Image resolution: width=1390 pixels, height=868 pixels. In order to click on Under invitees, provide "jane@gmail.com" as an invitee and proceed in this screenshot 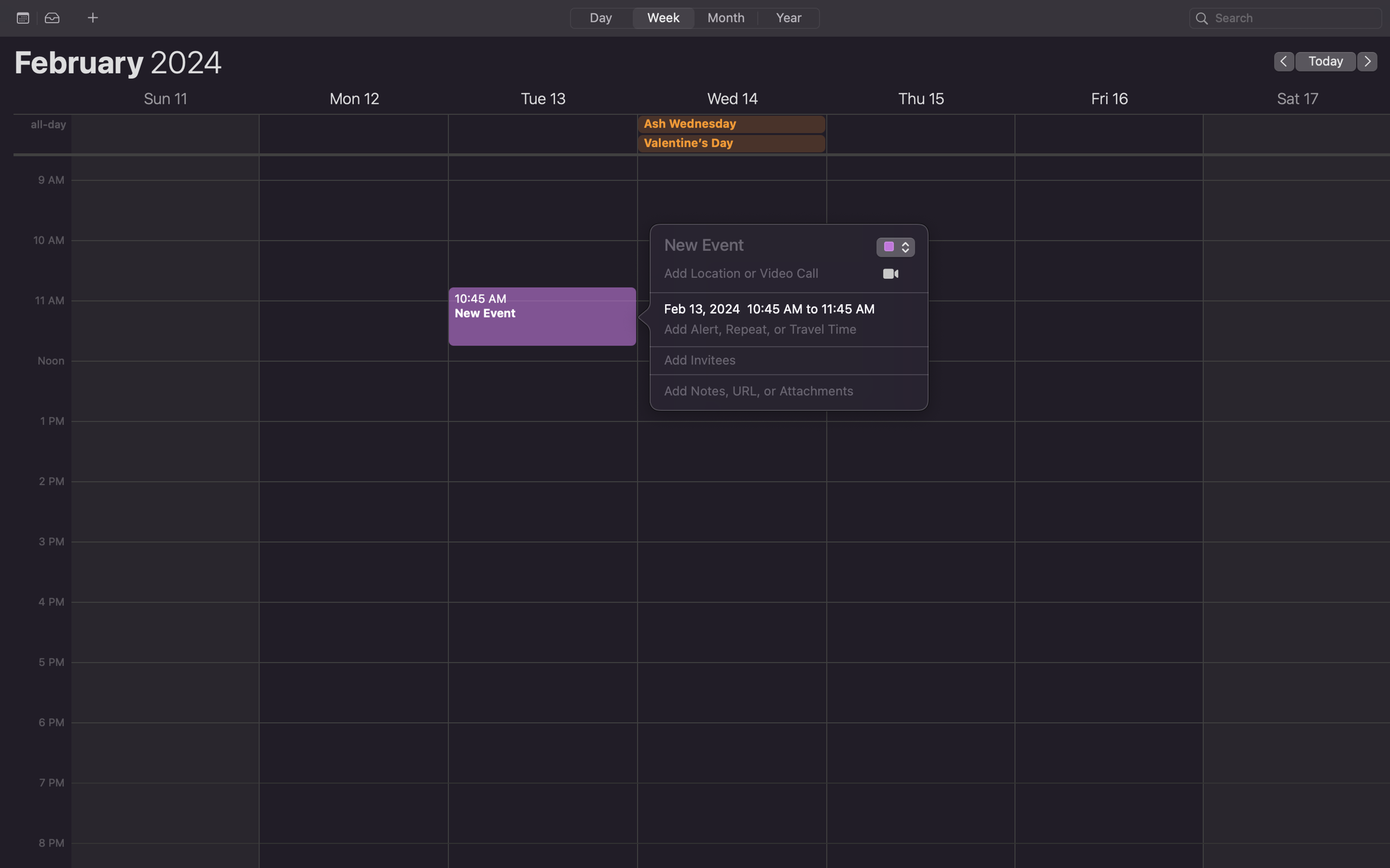, I will do `click(776, 361)`.